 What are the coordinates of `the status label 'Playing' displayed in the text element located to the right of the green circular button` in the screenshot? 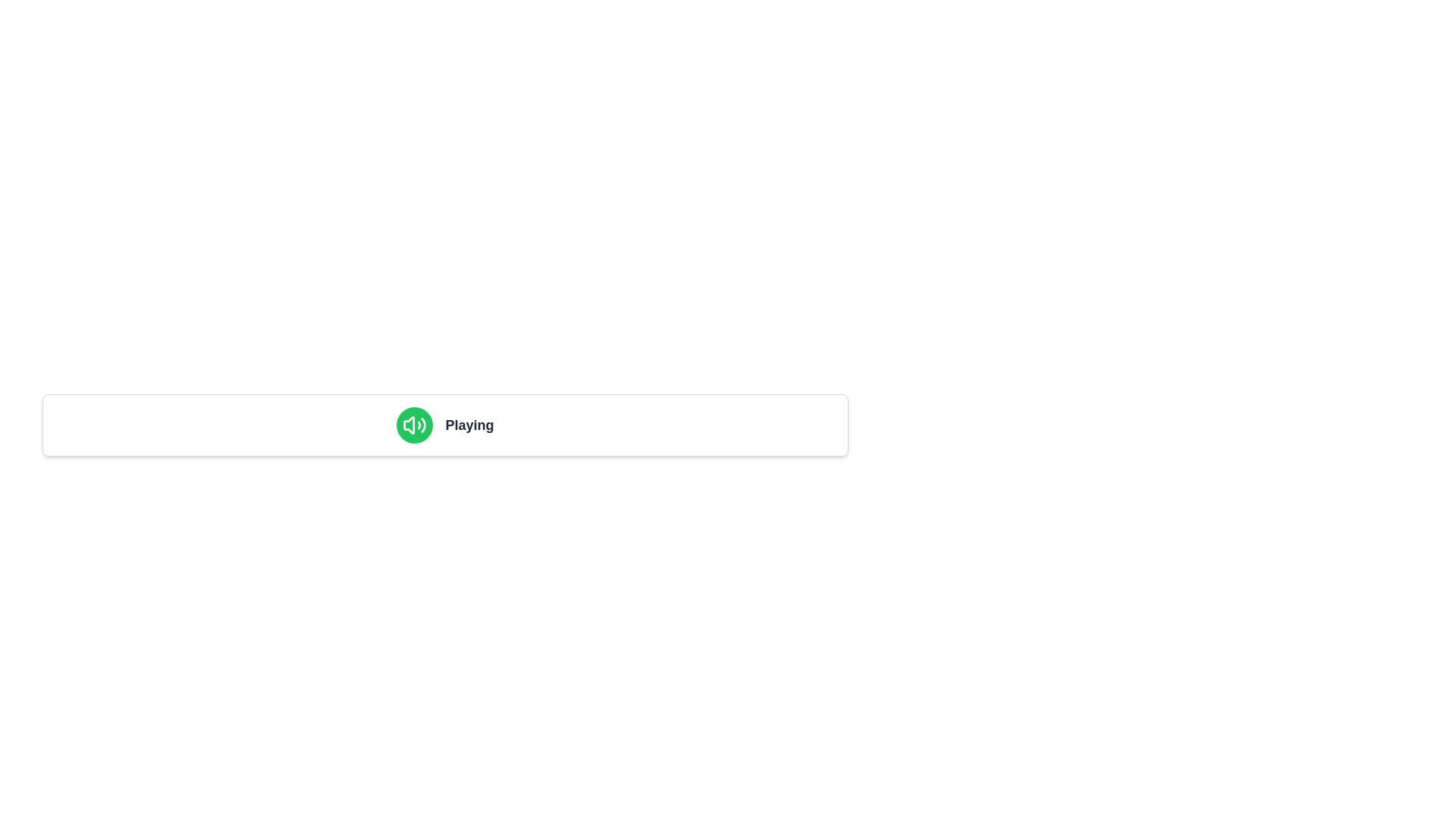 It's located at (469, 425).